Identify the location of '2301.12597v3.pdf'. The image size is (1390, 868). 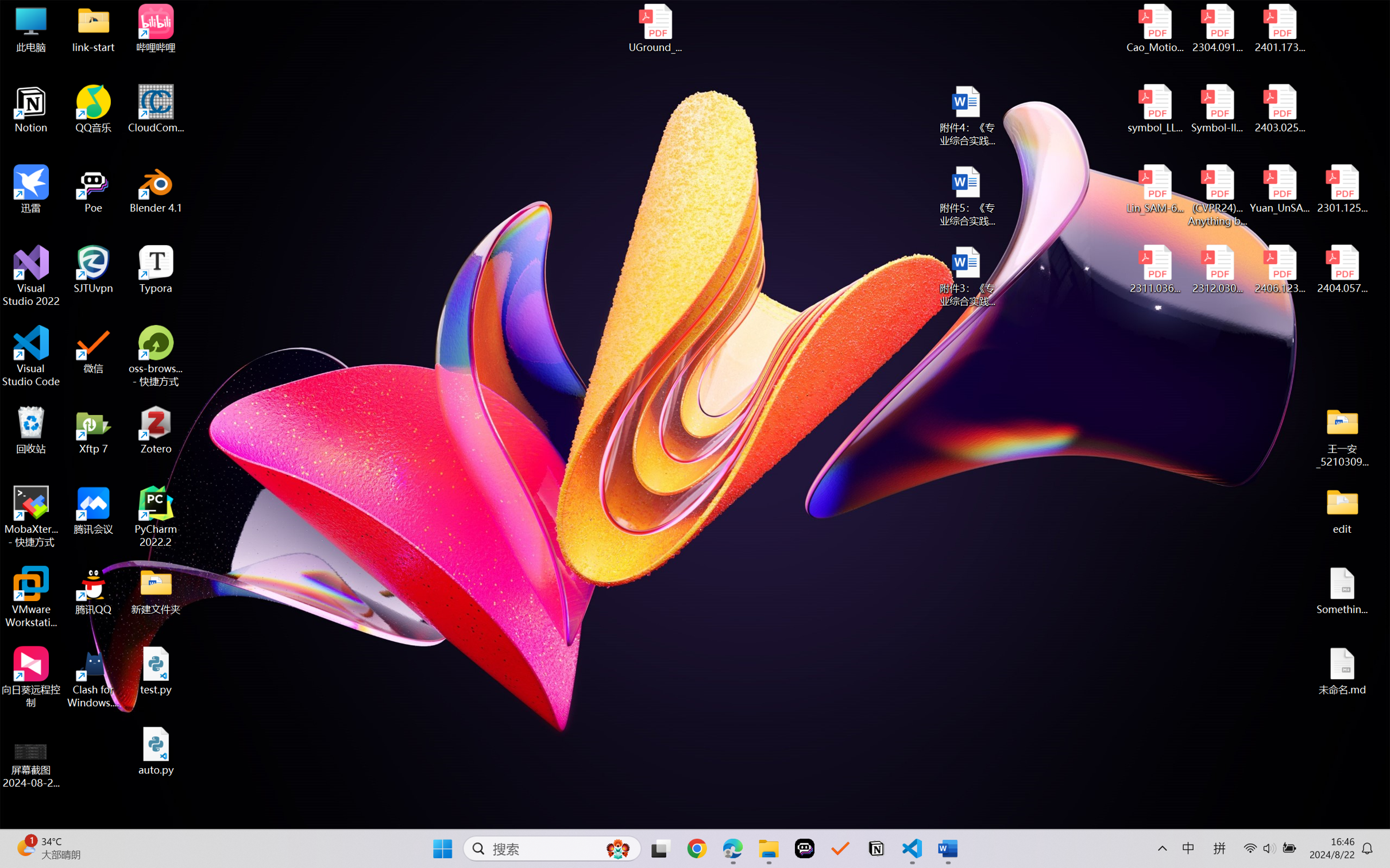
(1341, 188).